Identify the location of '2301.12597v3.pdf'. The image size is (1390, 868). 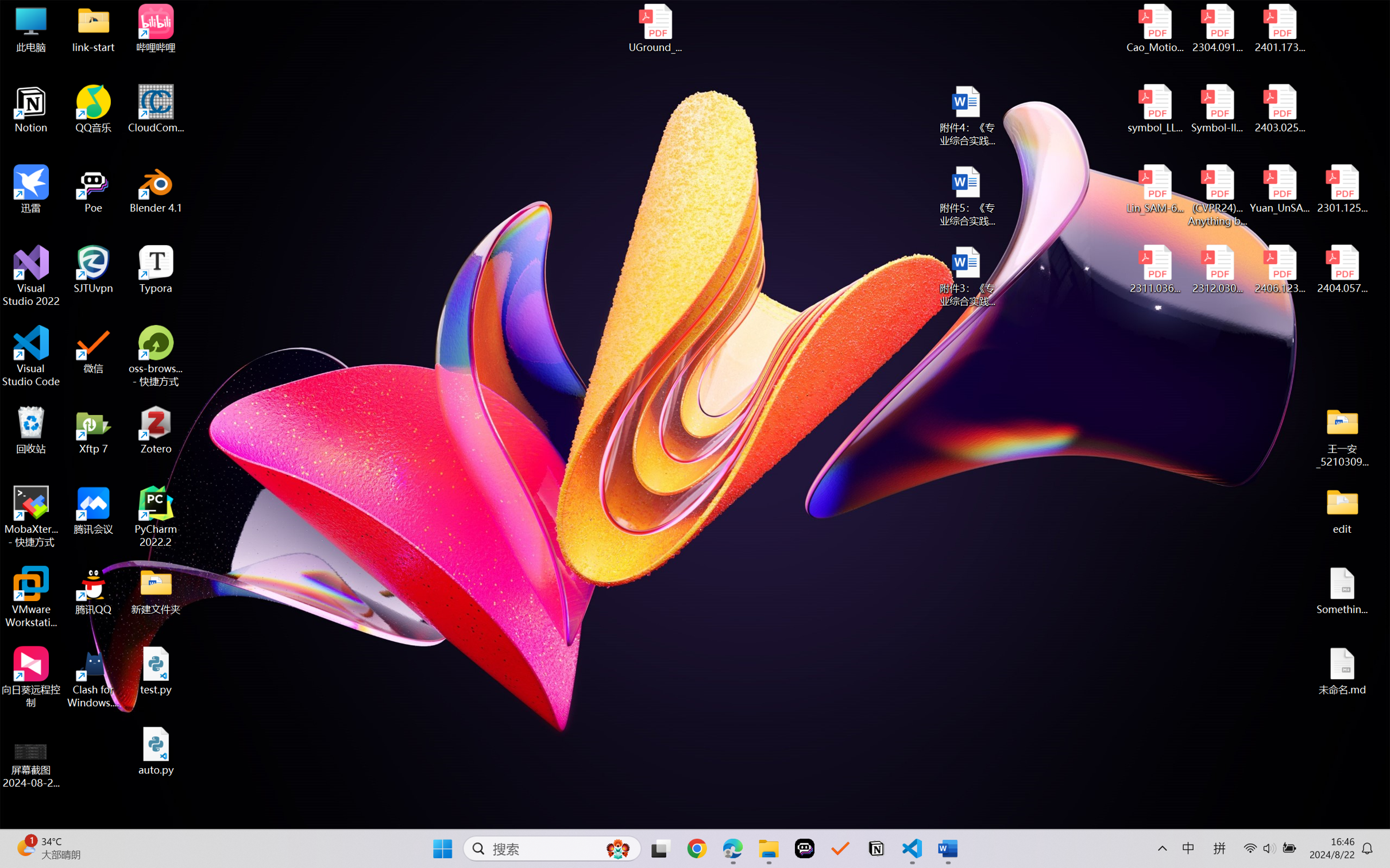
(1341, 188).